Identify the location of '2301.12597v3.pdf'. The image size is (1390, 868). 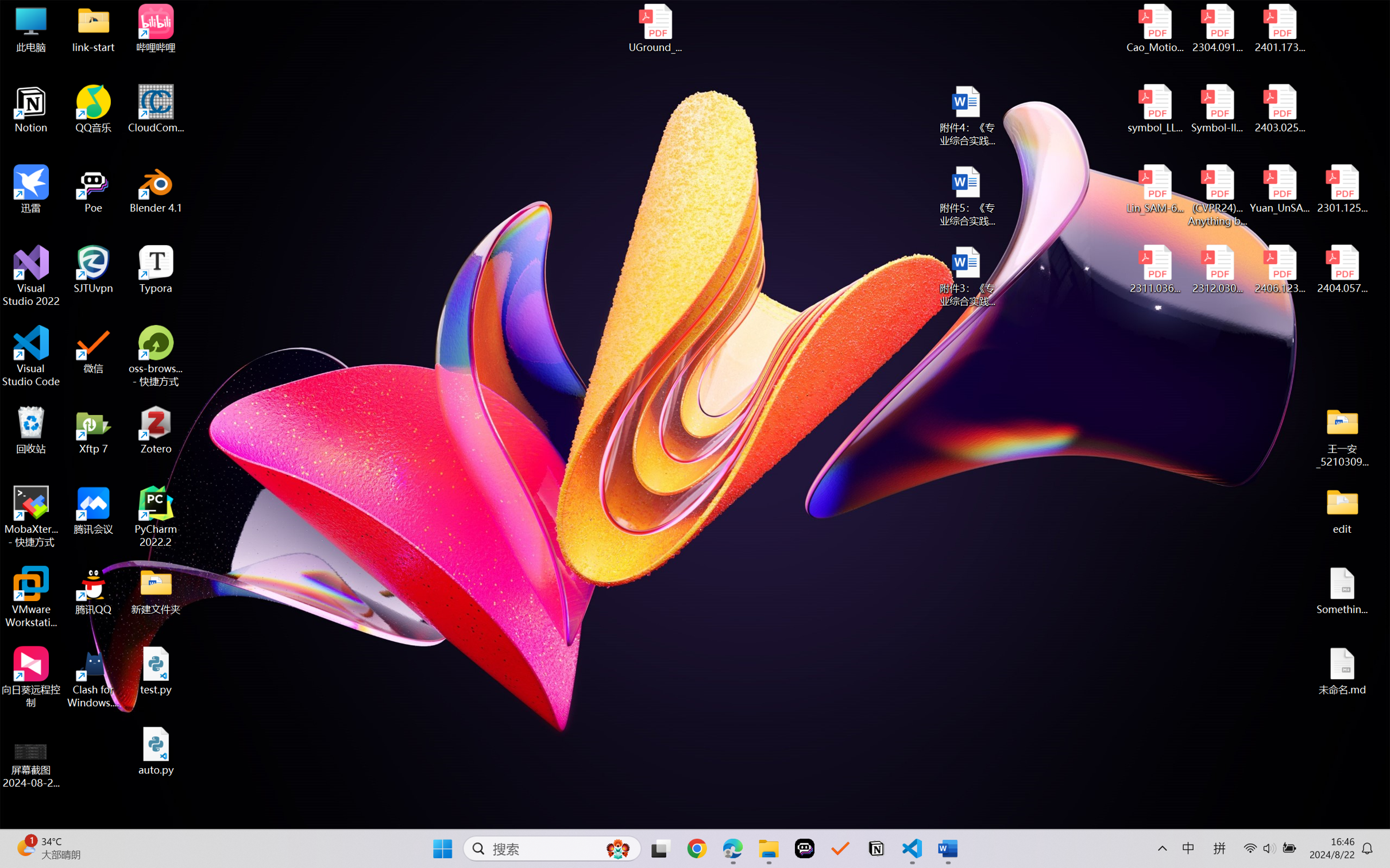
(1341, 188).